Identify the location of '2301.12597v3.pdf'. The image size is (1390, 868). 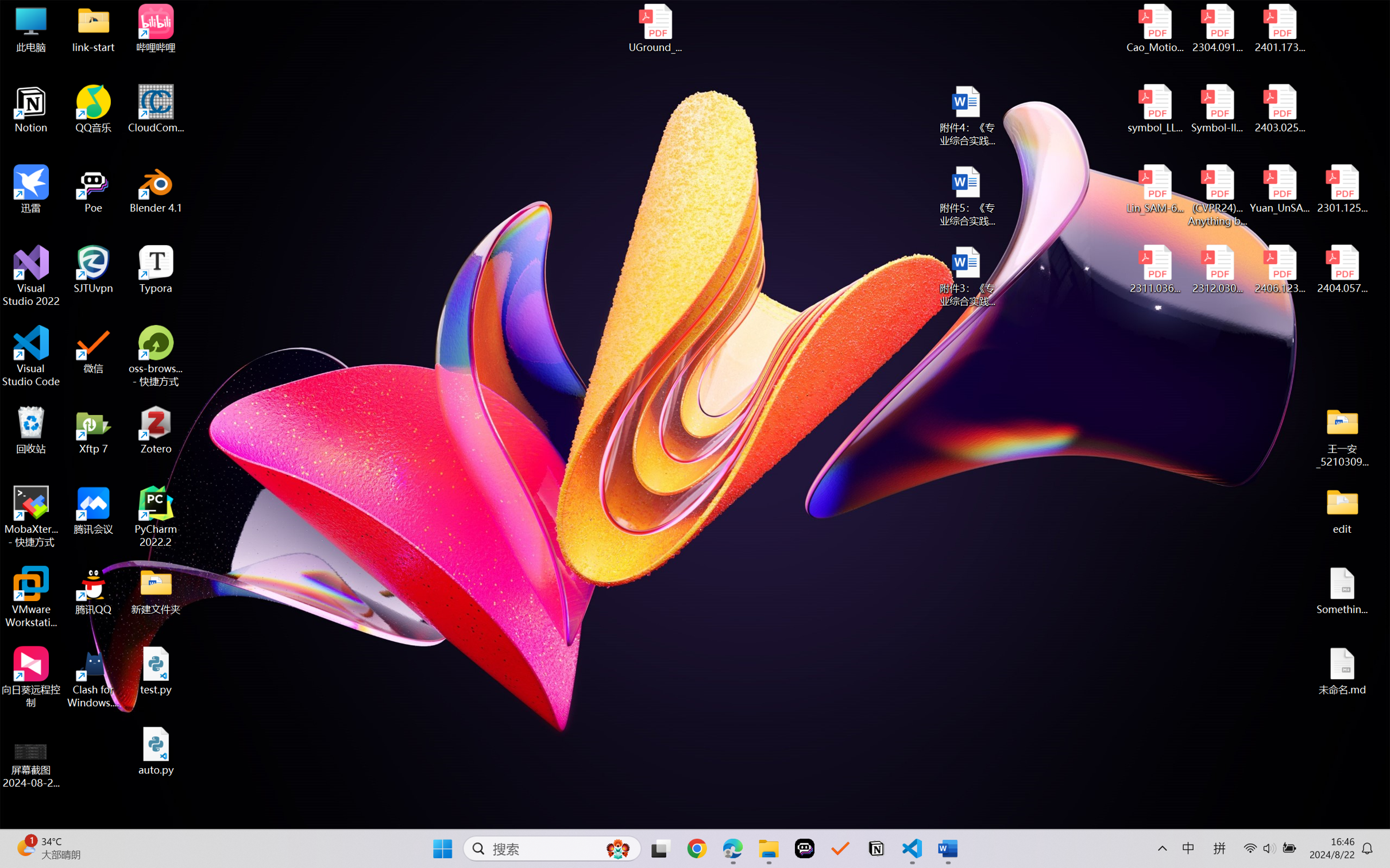
(1341, 188).